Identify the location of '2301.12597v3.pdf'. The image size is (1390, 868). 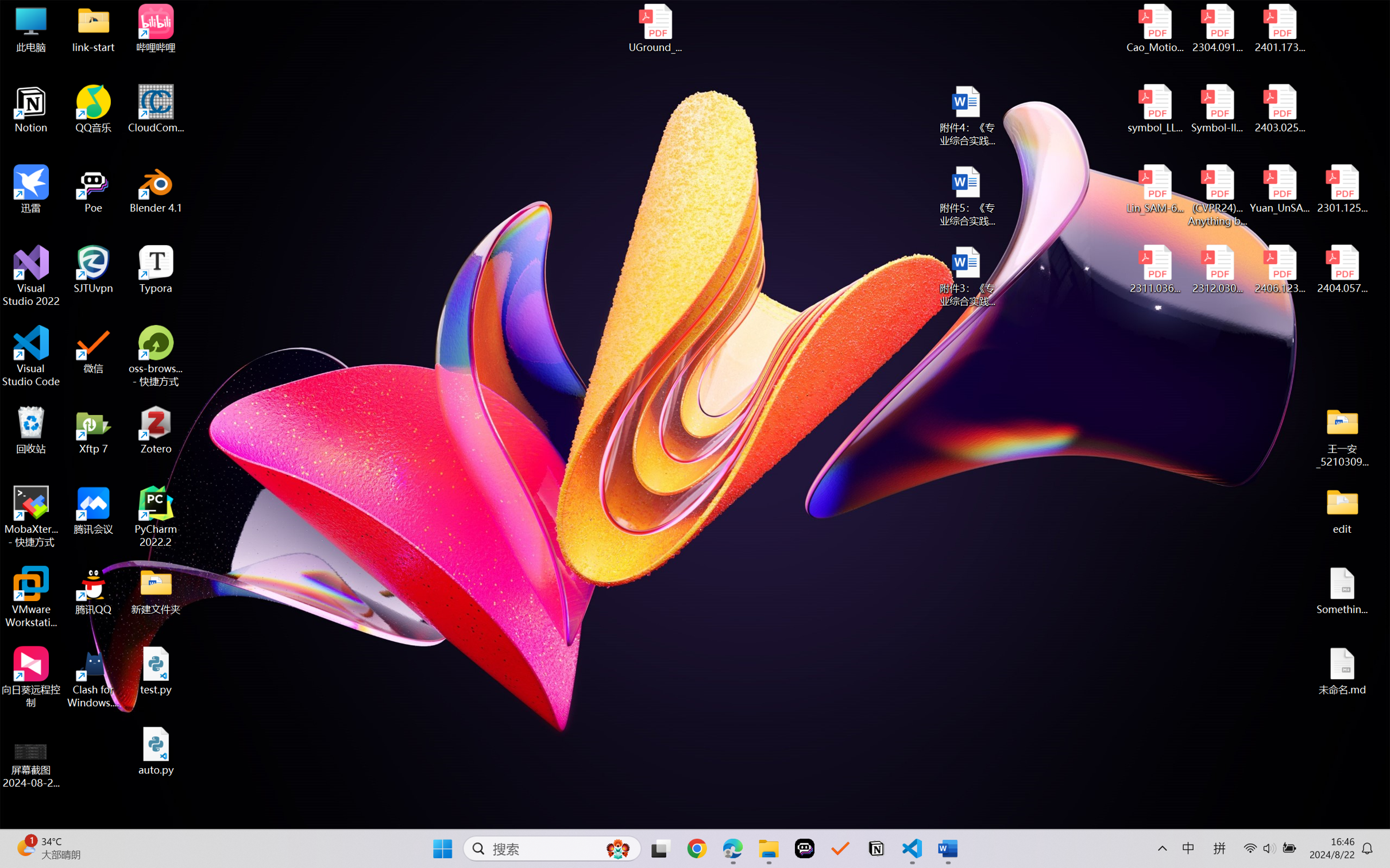
(1341, 188).